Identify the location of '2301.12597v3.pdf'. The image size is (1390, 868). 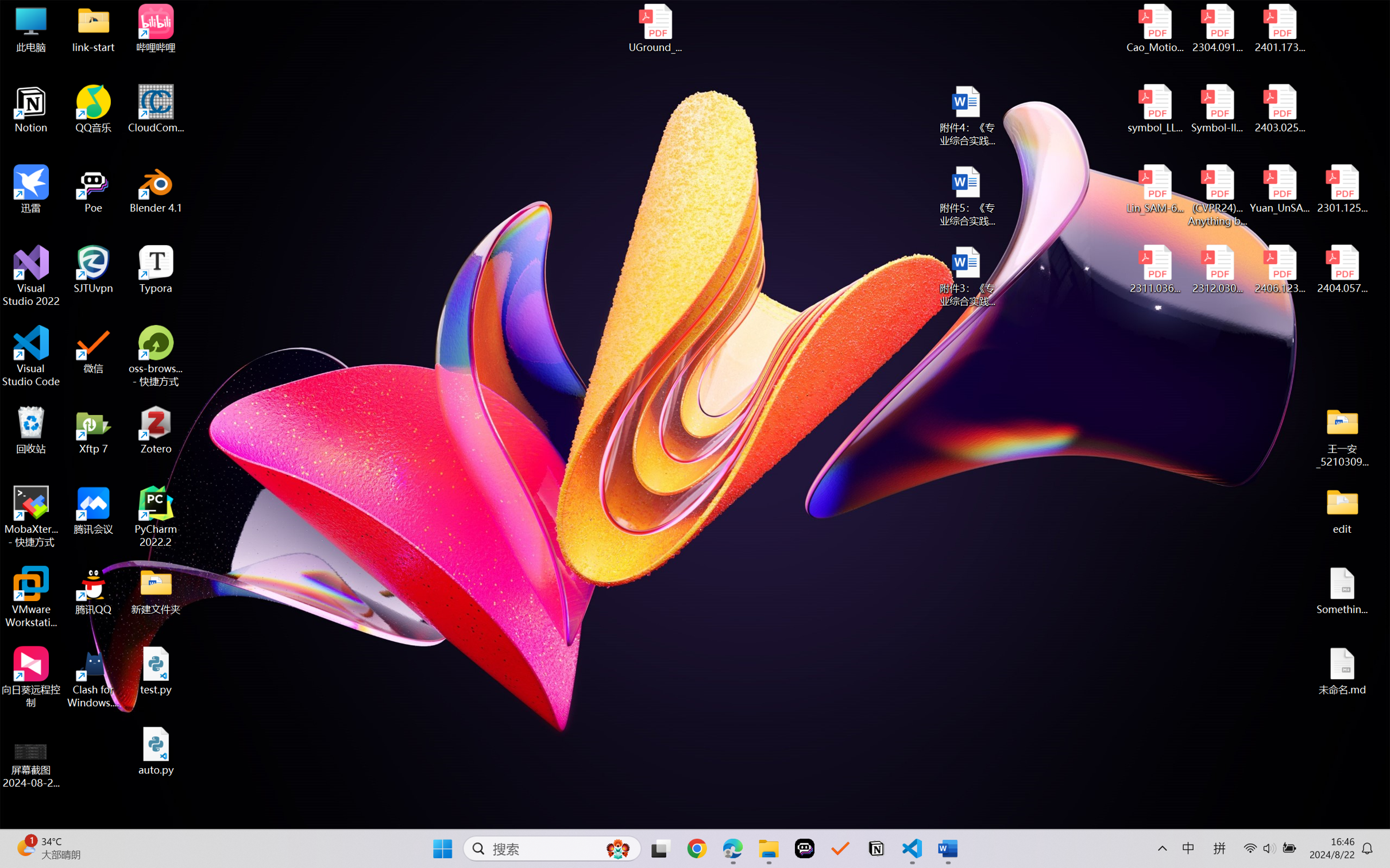
(1341, 188).